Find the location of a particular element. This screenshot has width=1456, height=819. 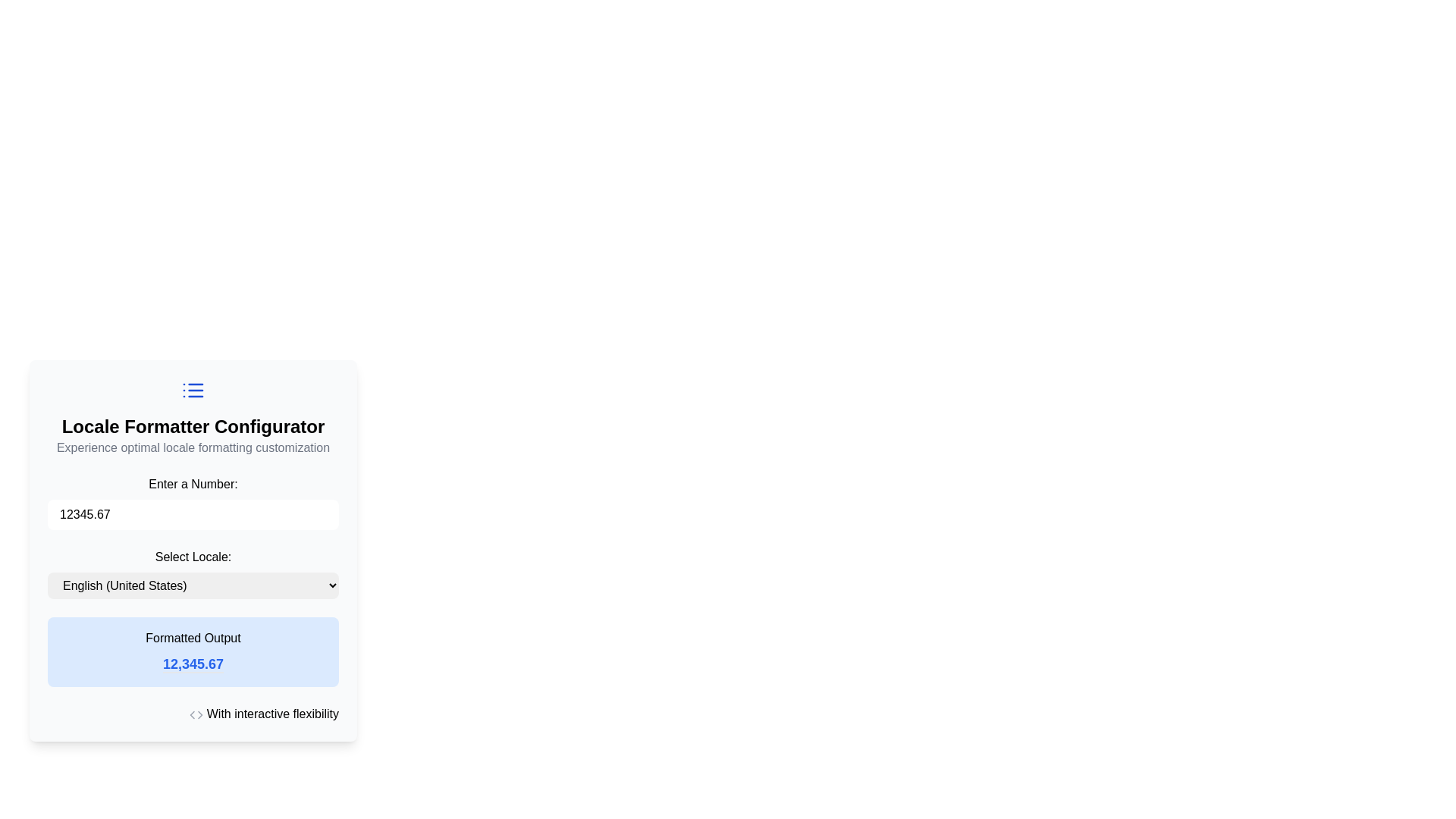

the number input field labeled 'Enter a Number:' is located at coordinates (192, 503).